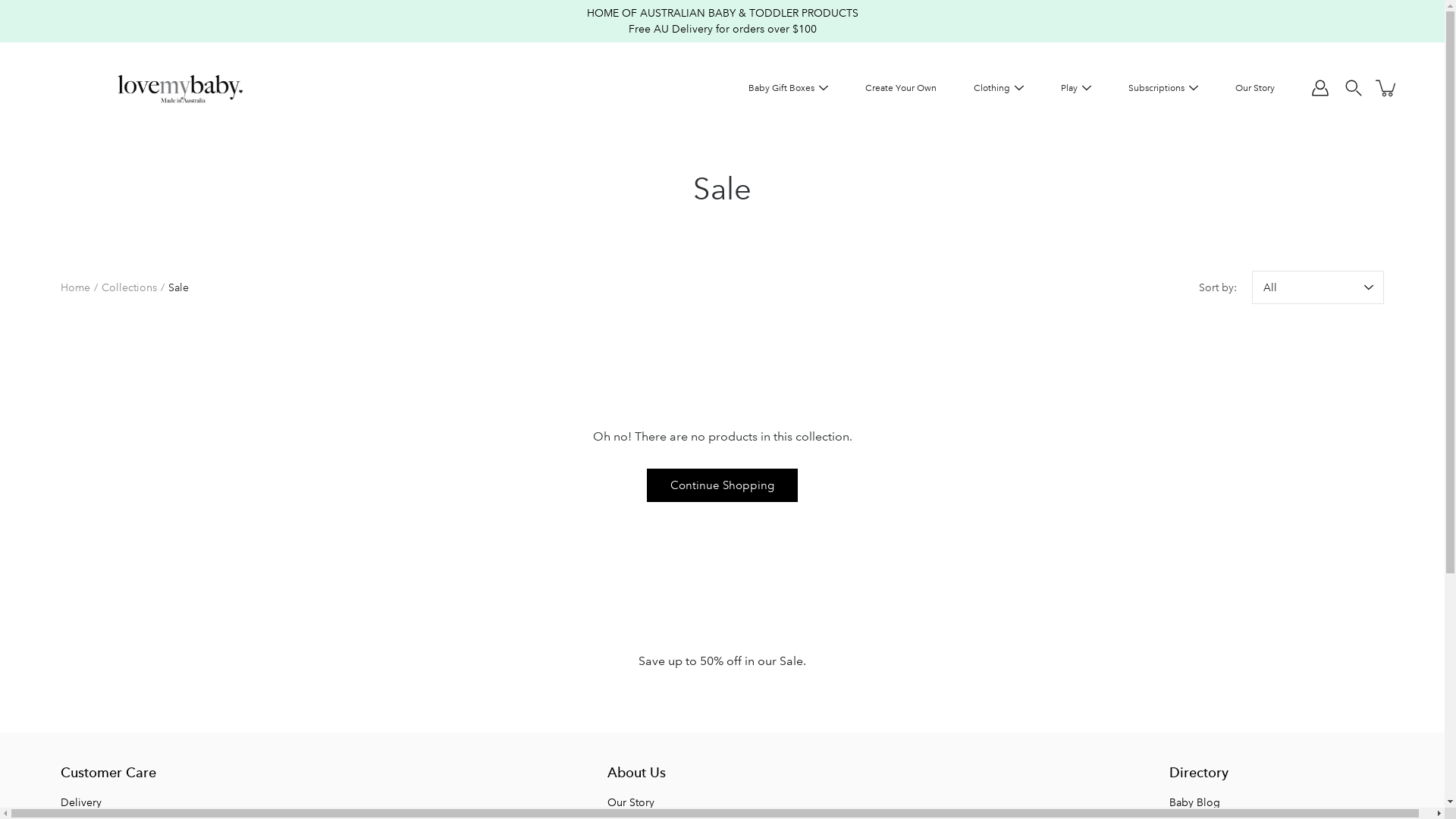  What do you see at coordinates (991, 88) in the screenshot?
I see `'Clothing'` at bounding box center [991, 88].